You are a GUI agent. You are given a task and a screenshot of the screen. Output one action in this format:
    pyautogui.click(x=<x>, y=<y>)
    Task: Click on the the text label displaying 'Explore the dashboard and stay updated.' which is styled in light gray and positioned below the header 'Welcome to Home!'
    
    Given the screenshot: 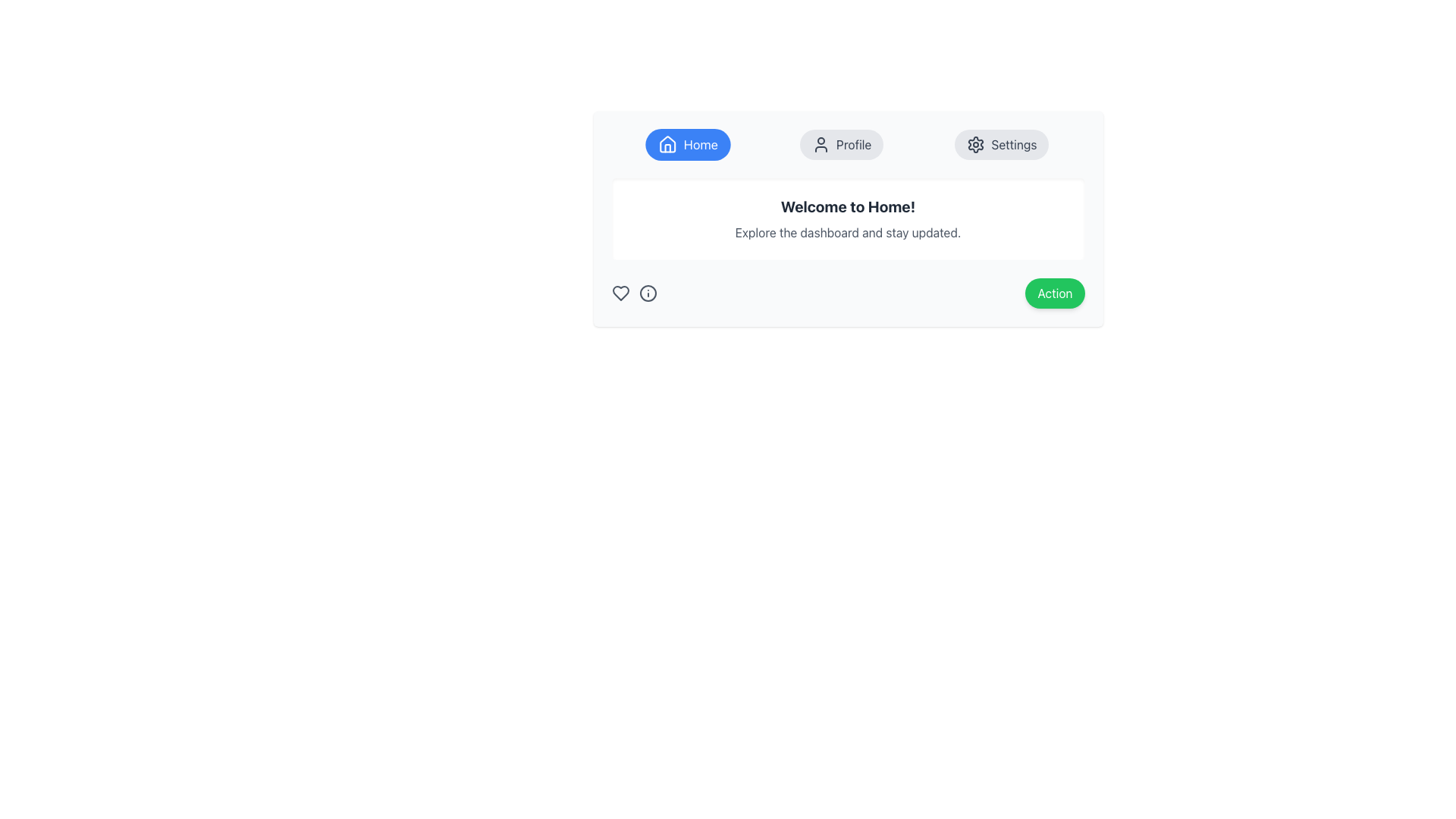 What is the action you would take?
    pyautogui.click(x=847, y=233)
    